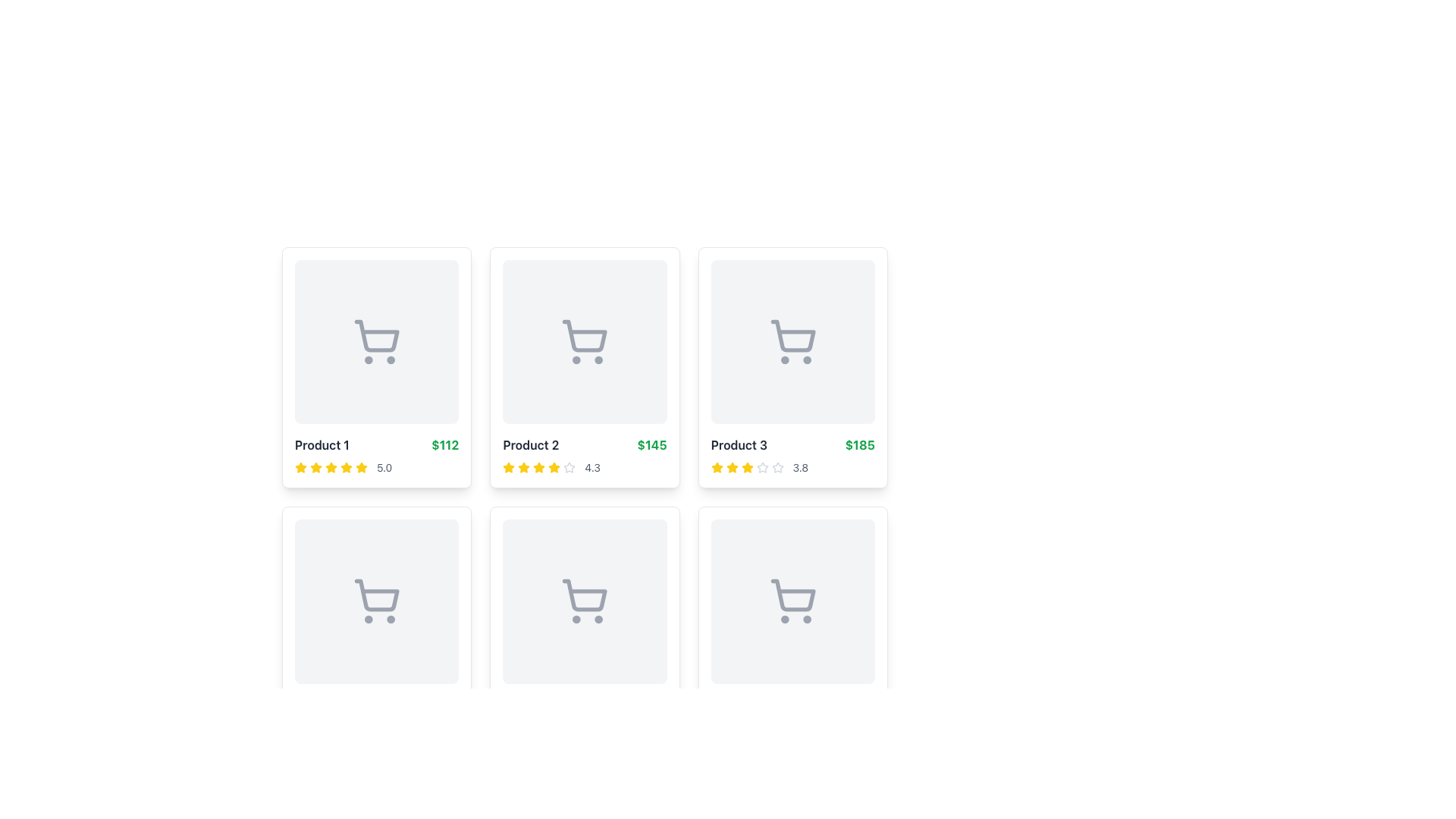 This screenshot has width=1456, height=819. Describe the element at coordinates (377, 627) in the screenshot. I see `the shopping cart icon located on the Product card, which is the first item in the second row of the grid layout, directly below 'Product 1'` at that location.